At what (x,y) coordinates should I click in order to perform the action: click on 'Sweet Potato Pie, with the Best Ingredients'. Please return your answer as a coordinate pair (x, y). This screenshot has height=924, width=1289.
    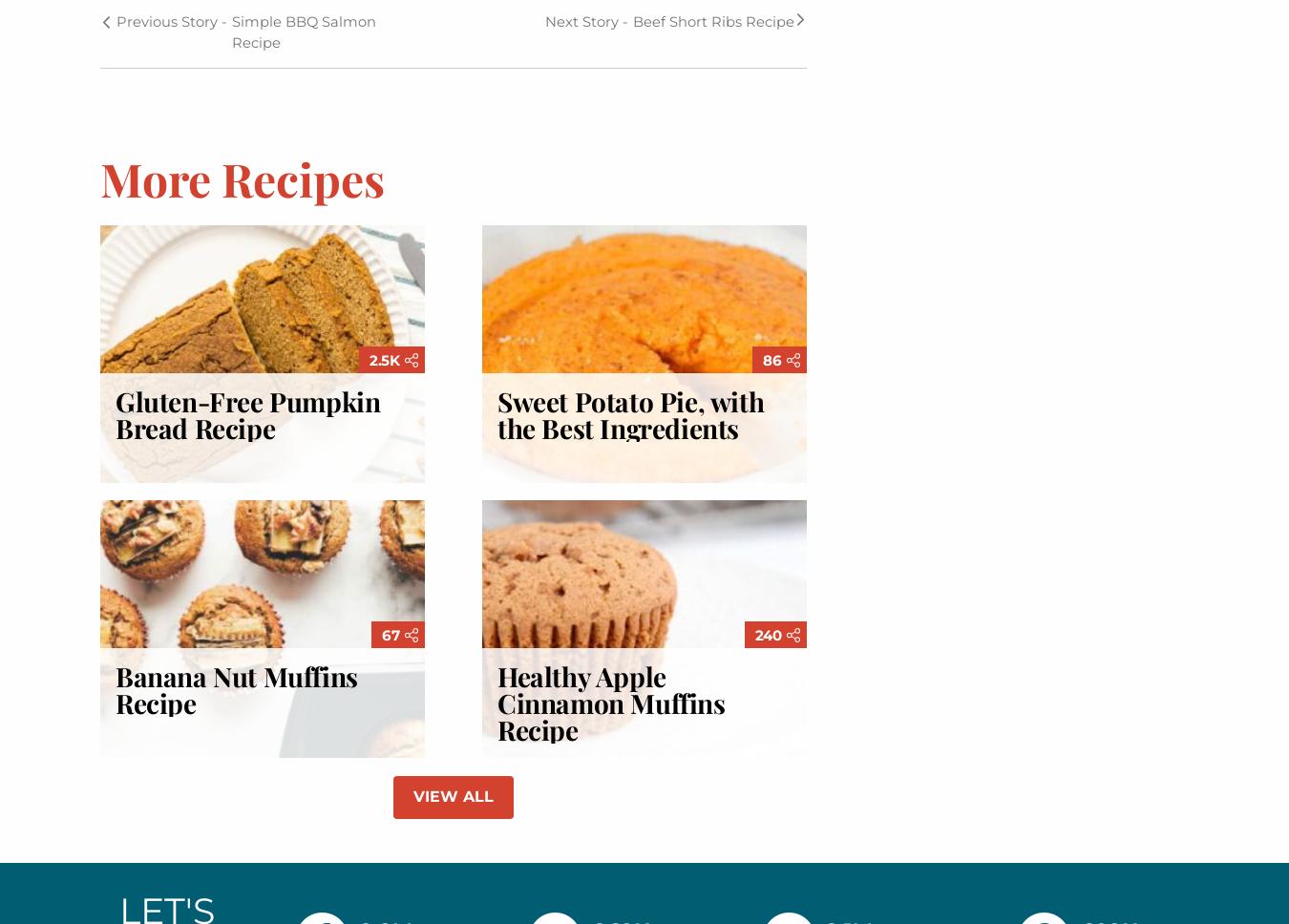
    Looking at the image, I should click on (496, 414).